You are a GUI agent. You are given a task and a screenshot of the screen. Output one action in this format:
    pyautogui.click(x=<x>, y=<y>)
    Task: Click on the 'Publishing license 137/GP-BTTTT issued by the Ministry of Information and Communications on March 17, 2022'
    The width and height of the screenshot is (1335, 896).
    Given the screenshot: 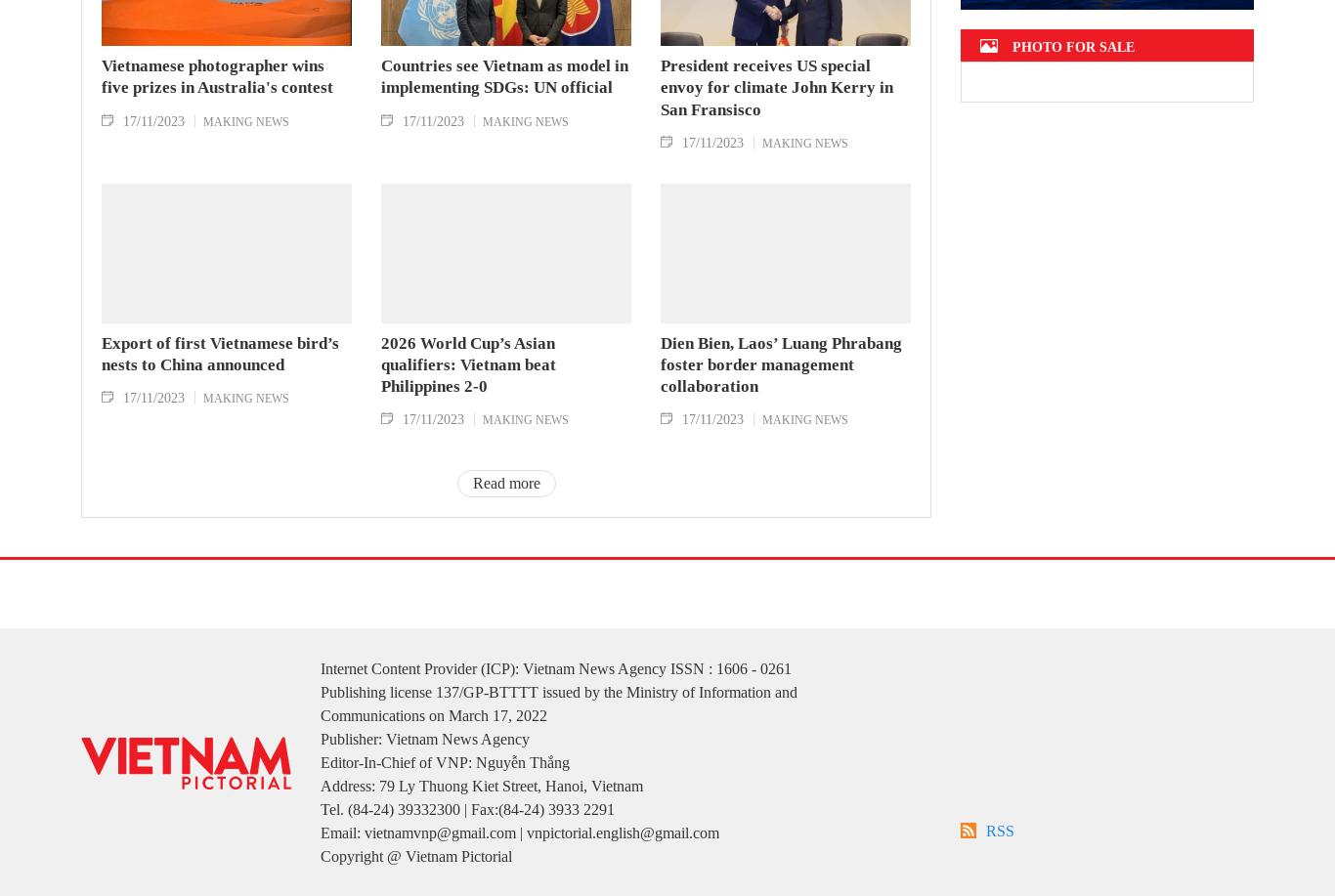 What is the action you would take?
    pyautogui.click(x=557, y=731)
    